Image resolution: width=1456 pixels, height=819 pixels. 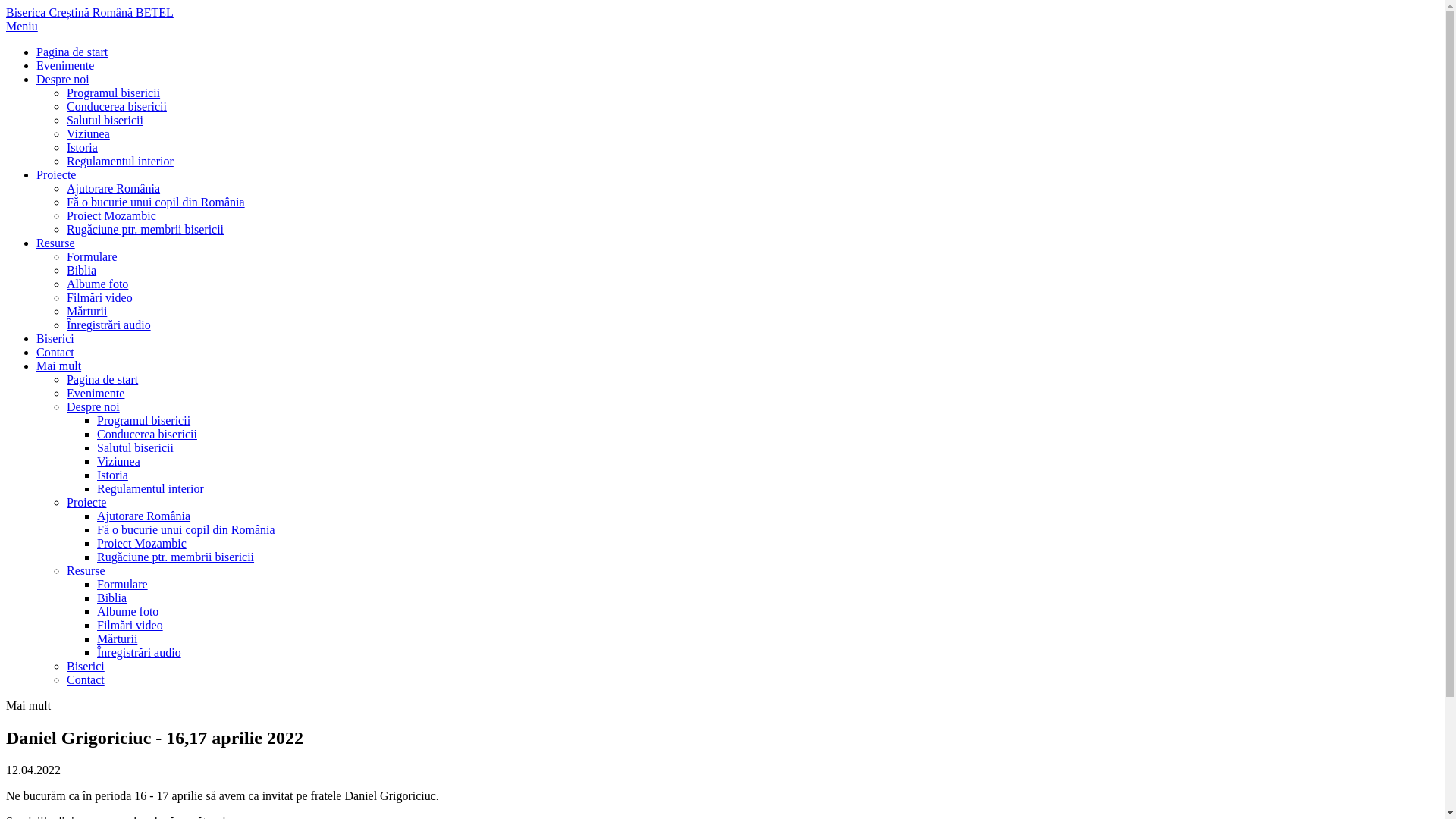 What do you see at coordinates (91, 256) in the screenshot?
I see `'Formulare'` at bounding box center [91, 256].